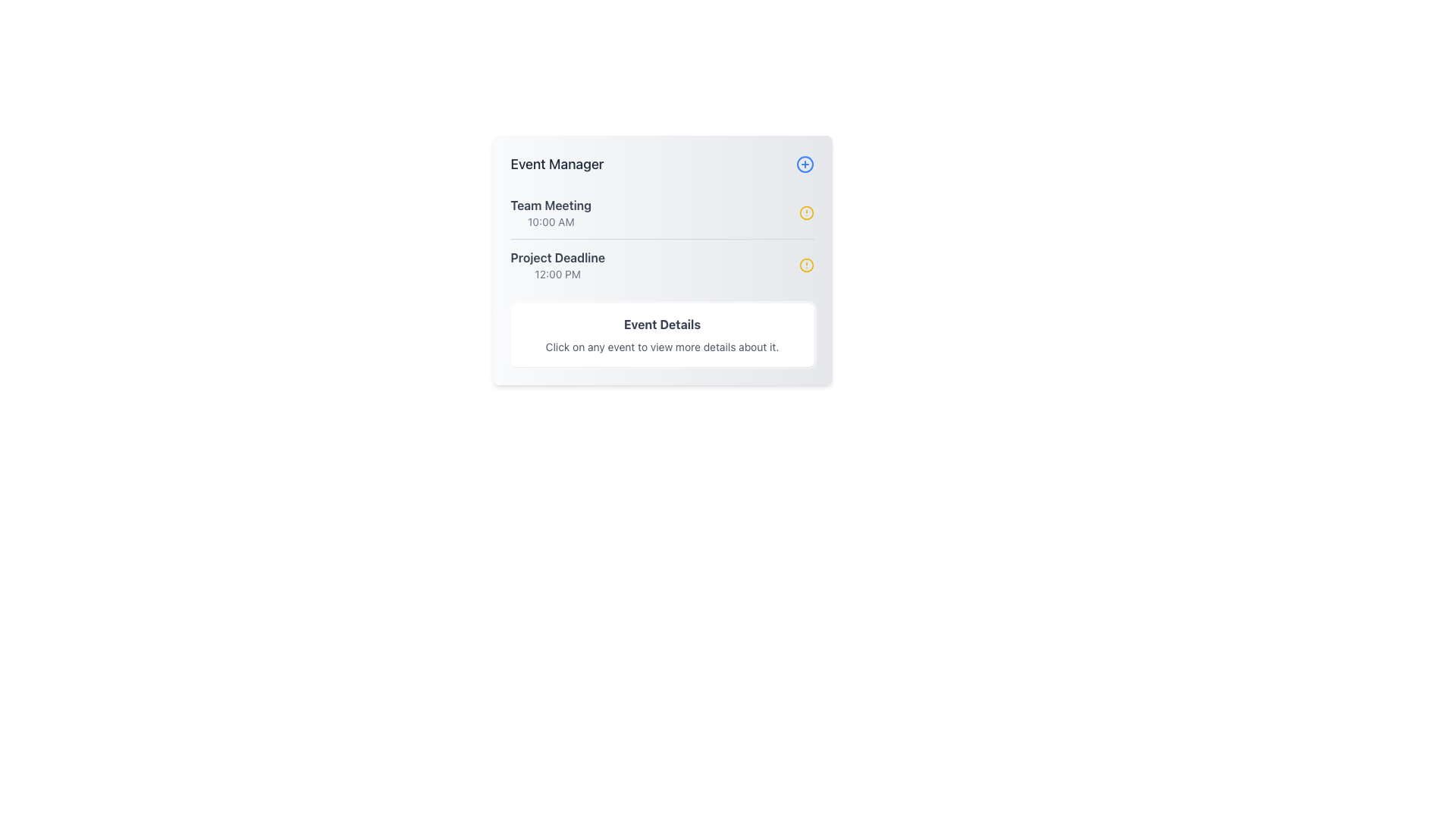  Describe the element at coordinates (805, 213) in the screenshot. I see `the Visual indication icon next to the 'Team Meeting 10:00 AM' text` at that location.